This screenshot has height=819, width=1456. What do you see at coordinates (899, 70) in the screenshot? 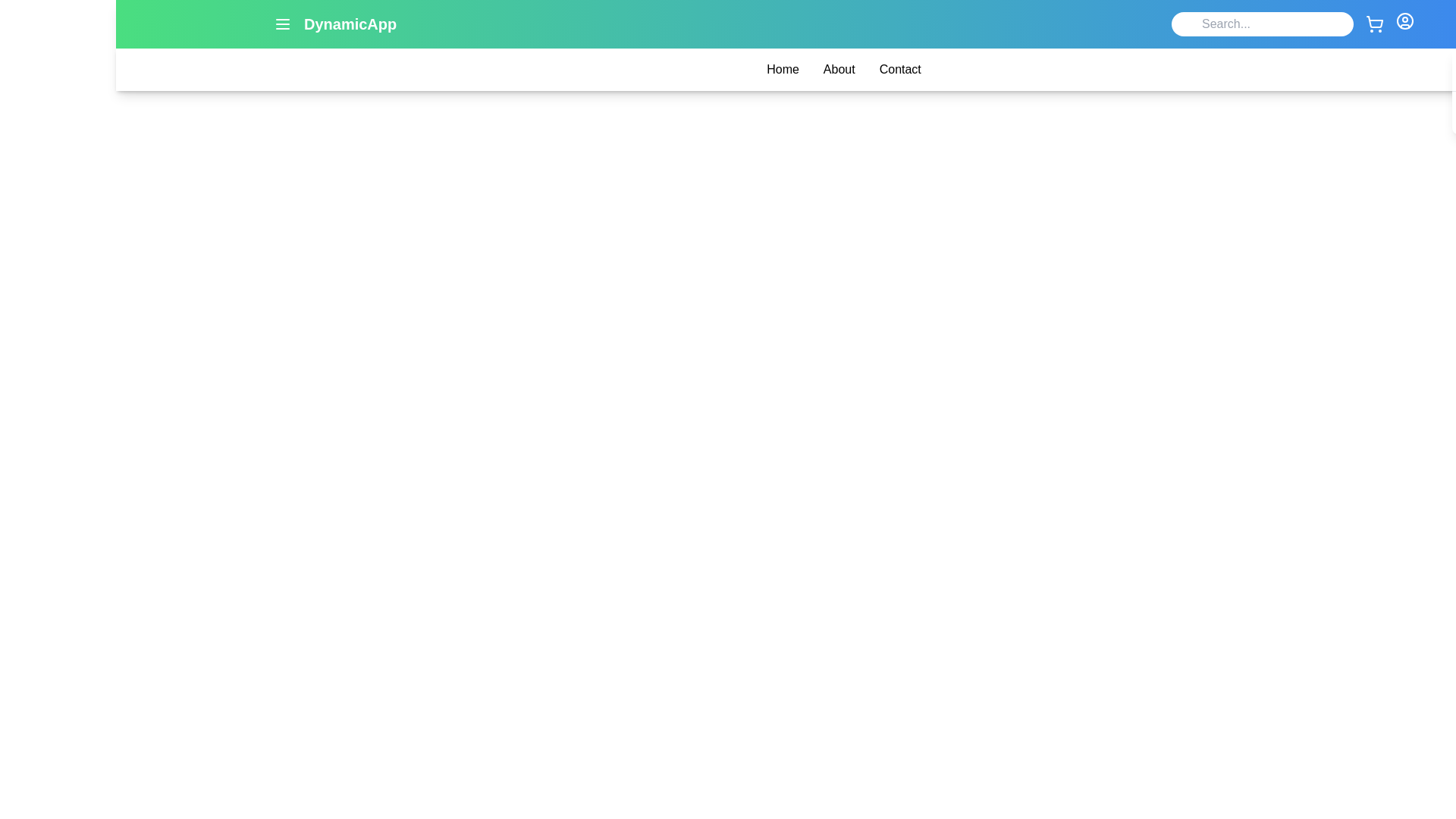
I see `the 'Contact' link in the menu bar` at bounding box center [899, 70].